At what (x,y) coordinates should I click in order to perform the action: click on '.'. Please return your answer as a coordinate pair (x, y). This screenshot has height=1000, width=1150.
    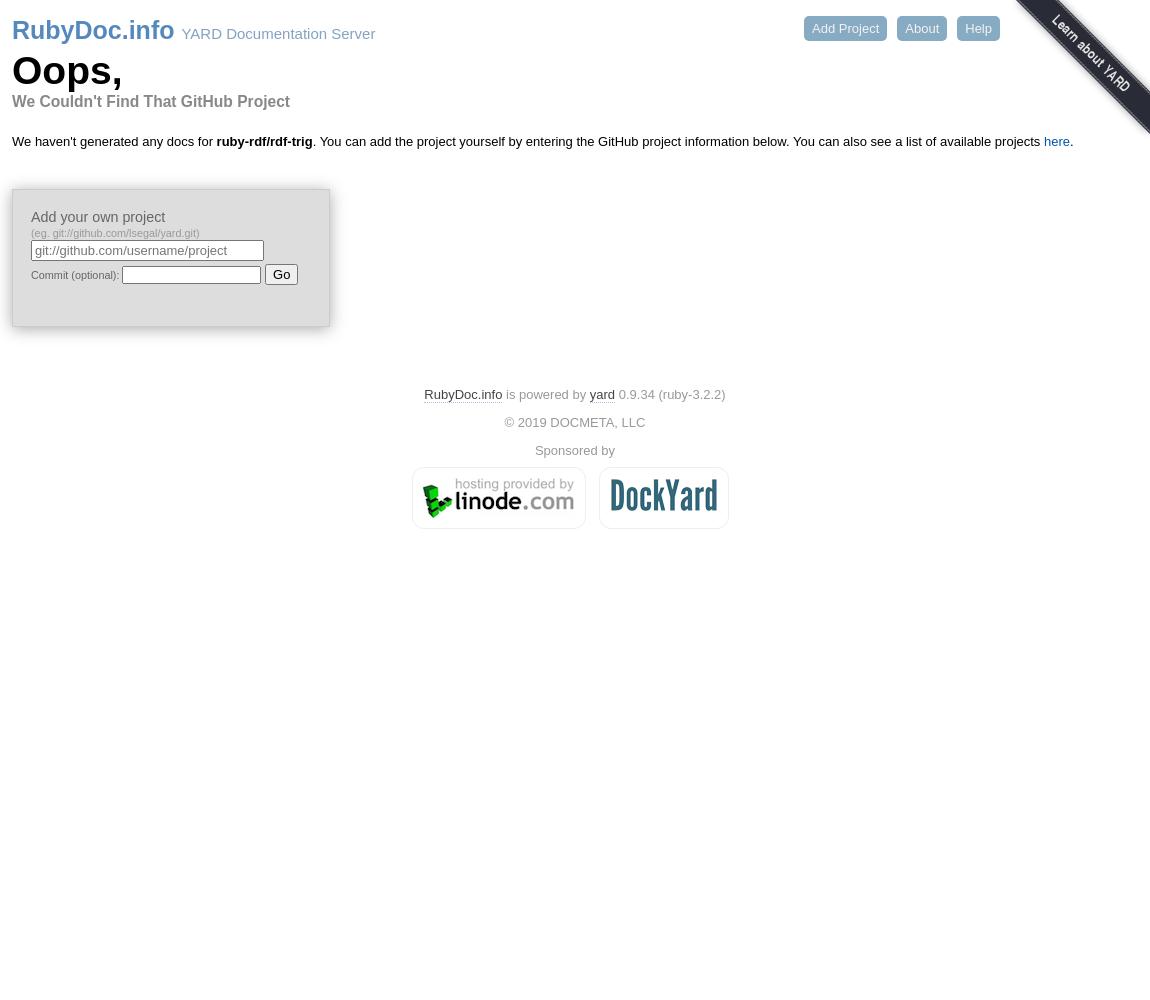
    Looking at the image, I should click on (1069, 141).